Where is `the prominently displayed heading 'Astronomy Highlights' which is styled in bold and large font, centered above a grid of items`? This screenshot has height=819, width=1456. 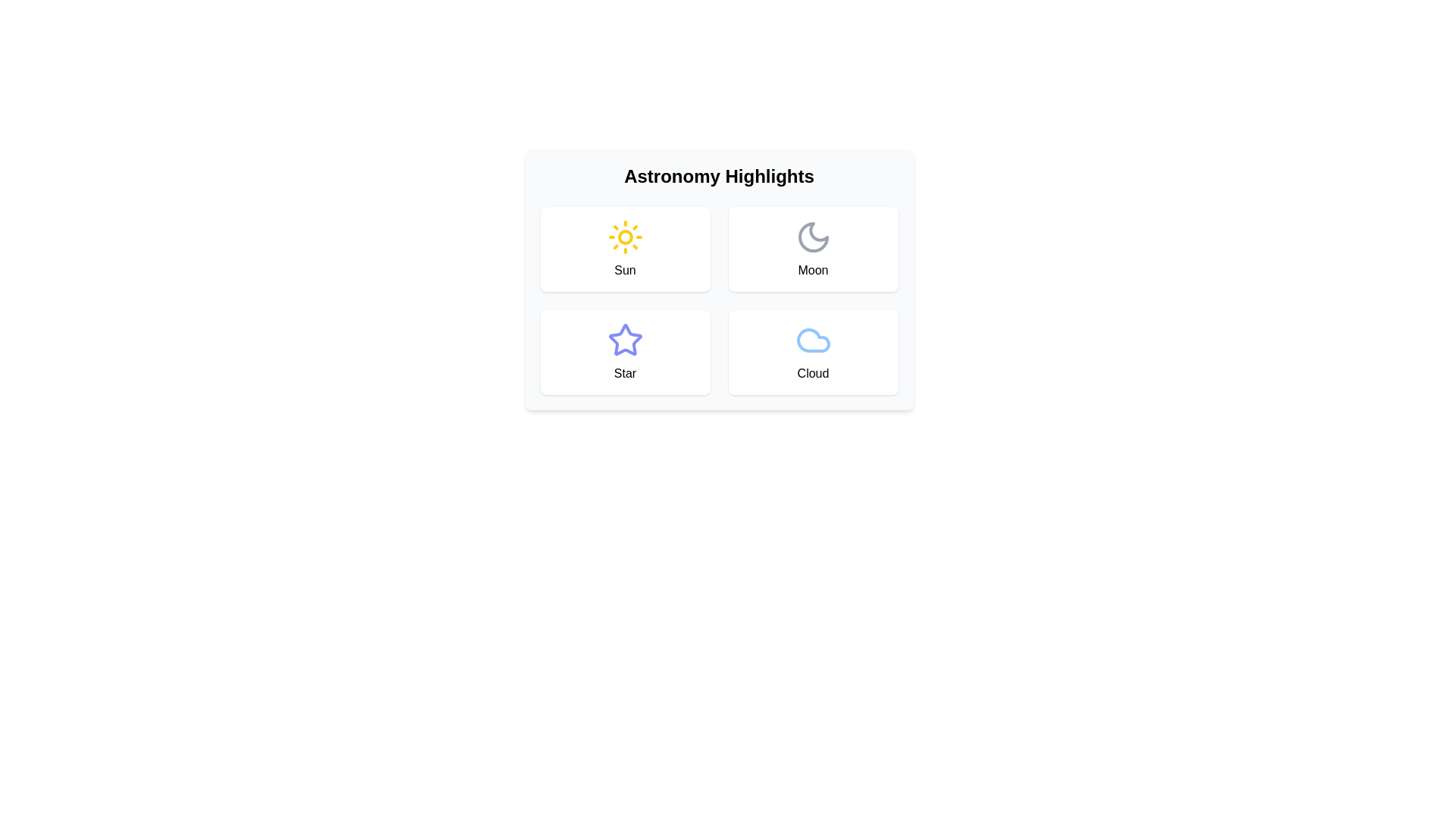 the prominently displayed heading 'Astronomy Highlights' which is styled in bold and large font, centered above a grid of items is located at coordinates (718, 175).